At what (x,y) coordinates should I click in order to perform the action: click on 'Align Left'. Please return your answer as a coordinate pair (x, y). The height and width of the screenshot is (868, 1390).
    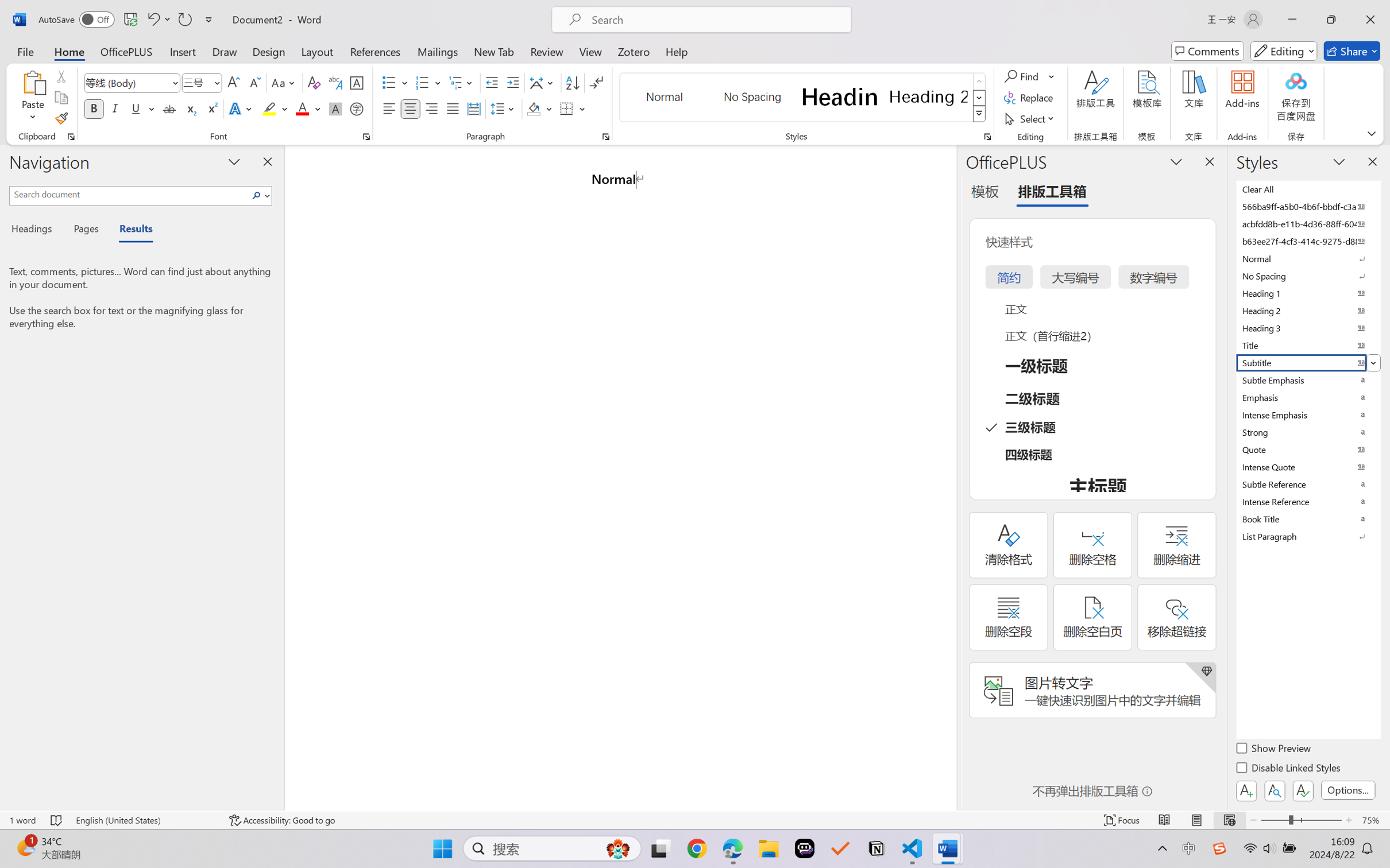
    Looking at the image, I should click on (389, 108).